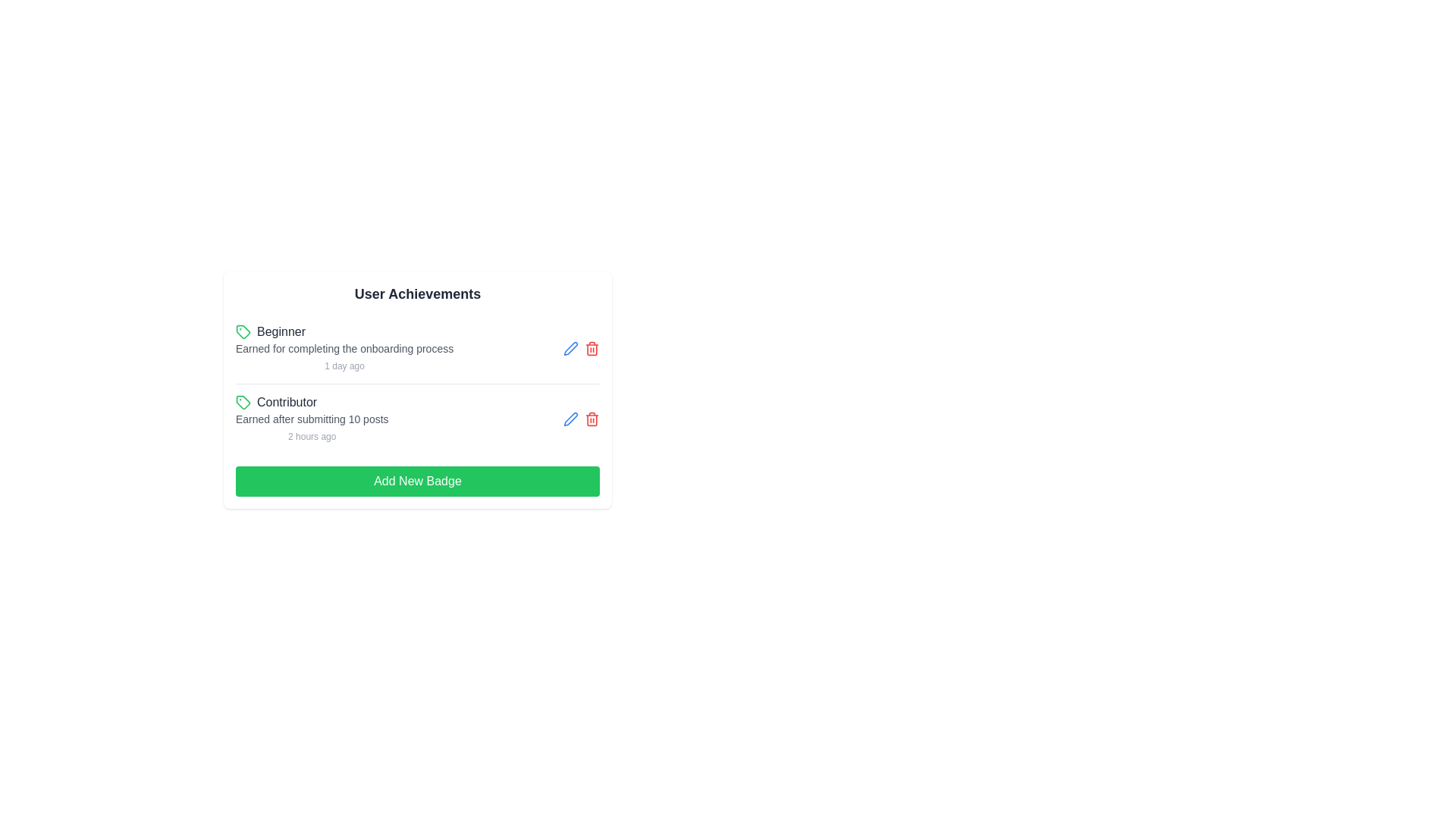 The width and height of the screenshot is (1456, 819). What do you see at coordinates (311, 436) in the screenshot?
I see `the text label displaying '2 hours ago' located at the bottom-right corner of the 'Contributor' achievement description group` at bounding box center [311, 436].